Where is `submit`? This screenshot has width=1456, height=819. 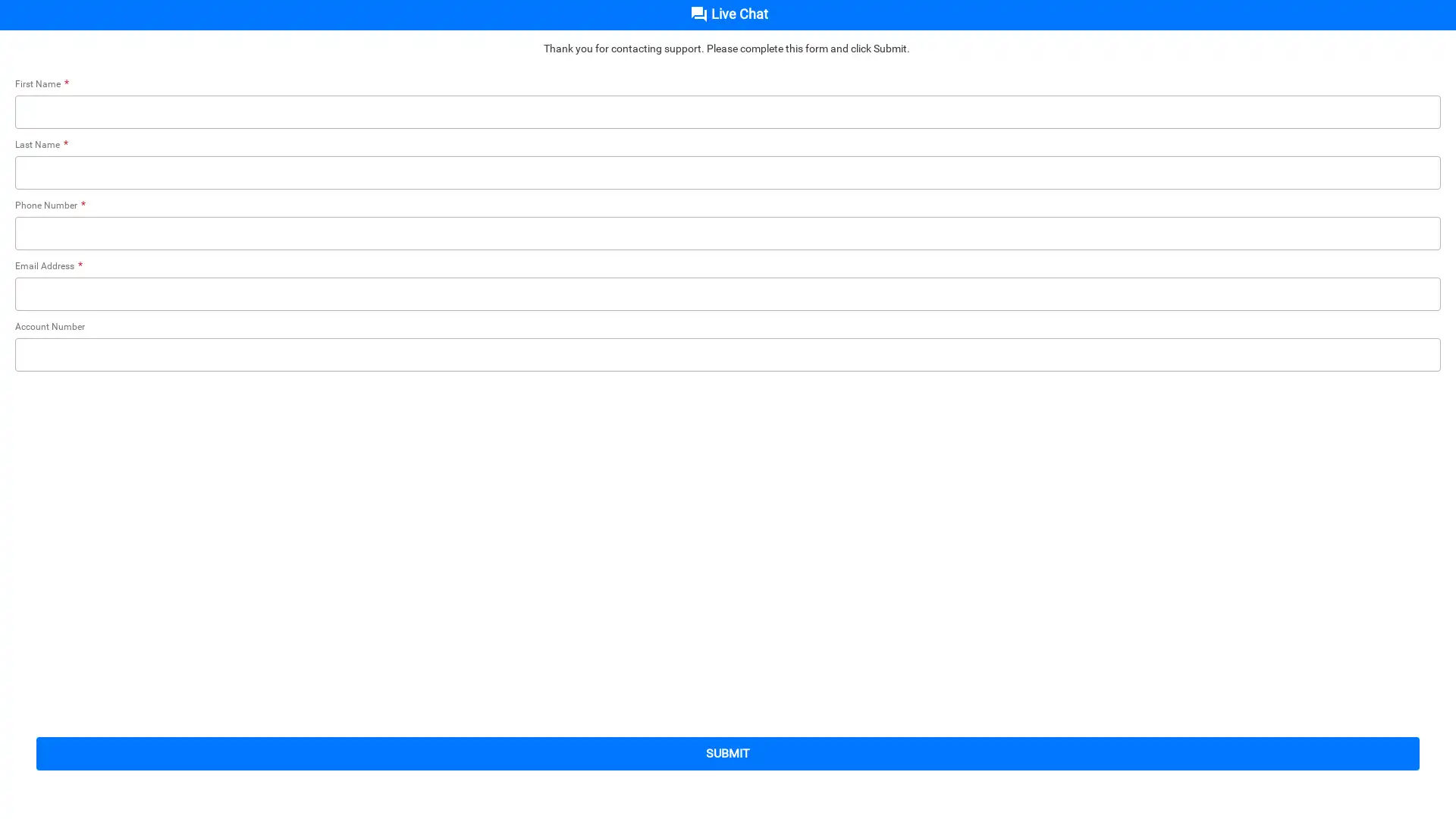 submit is located at coordinates (728, 754).